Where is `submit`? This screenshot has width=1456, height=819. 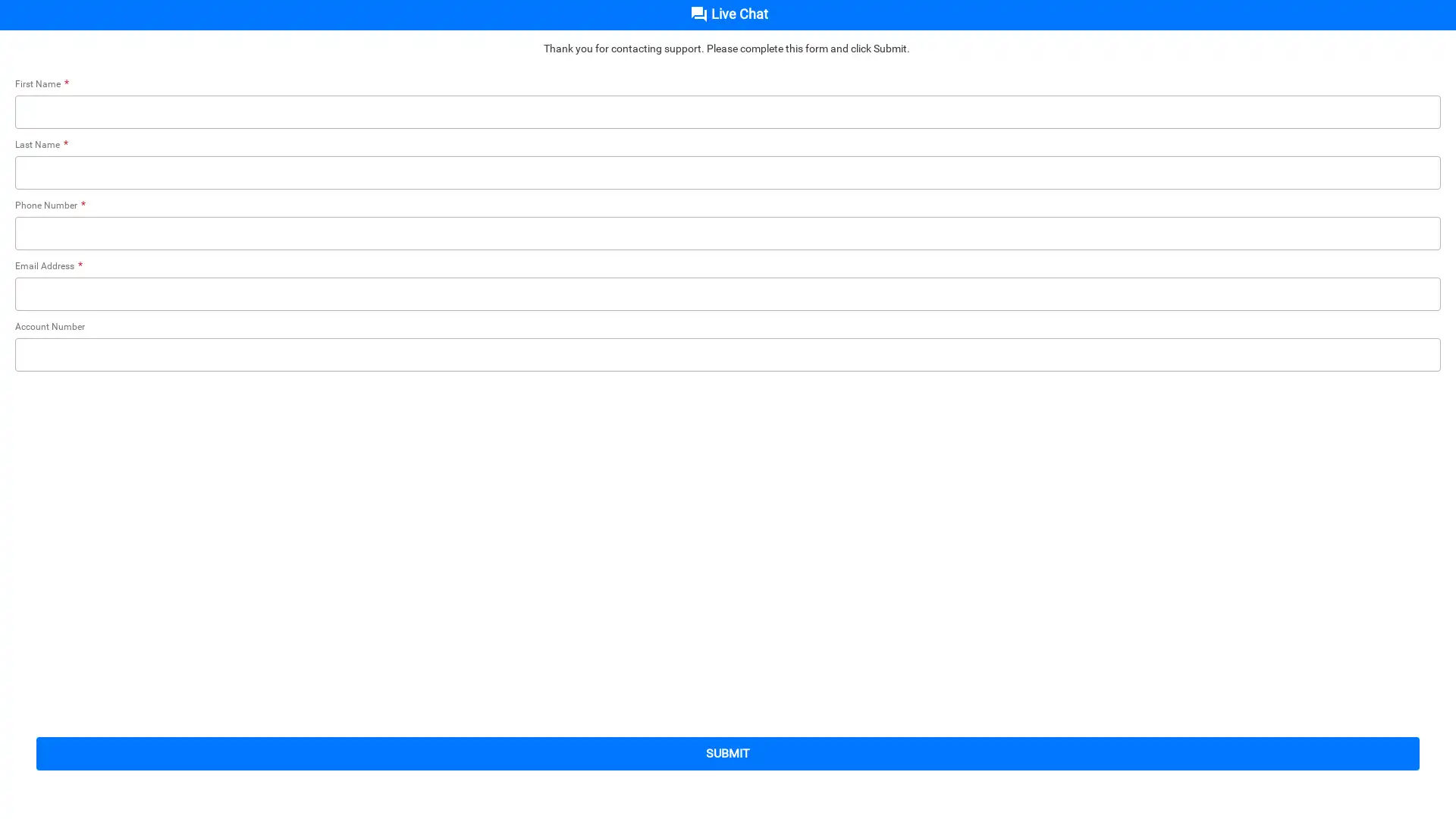 submit is located at coordinates (728, 754).